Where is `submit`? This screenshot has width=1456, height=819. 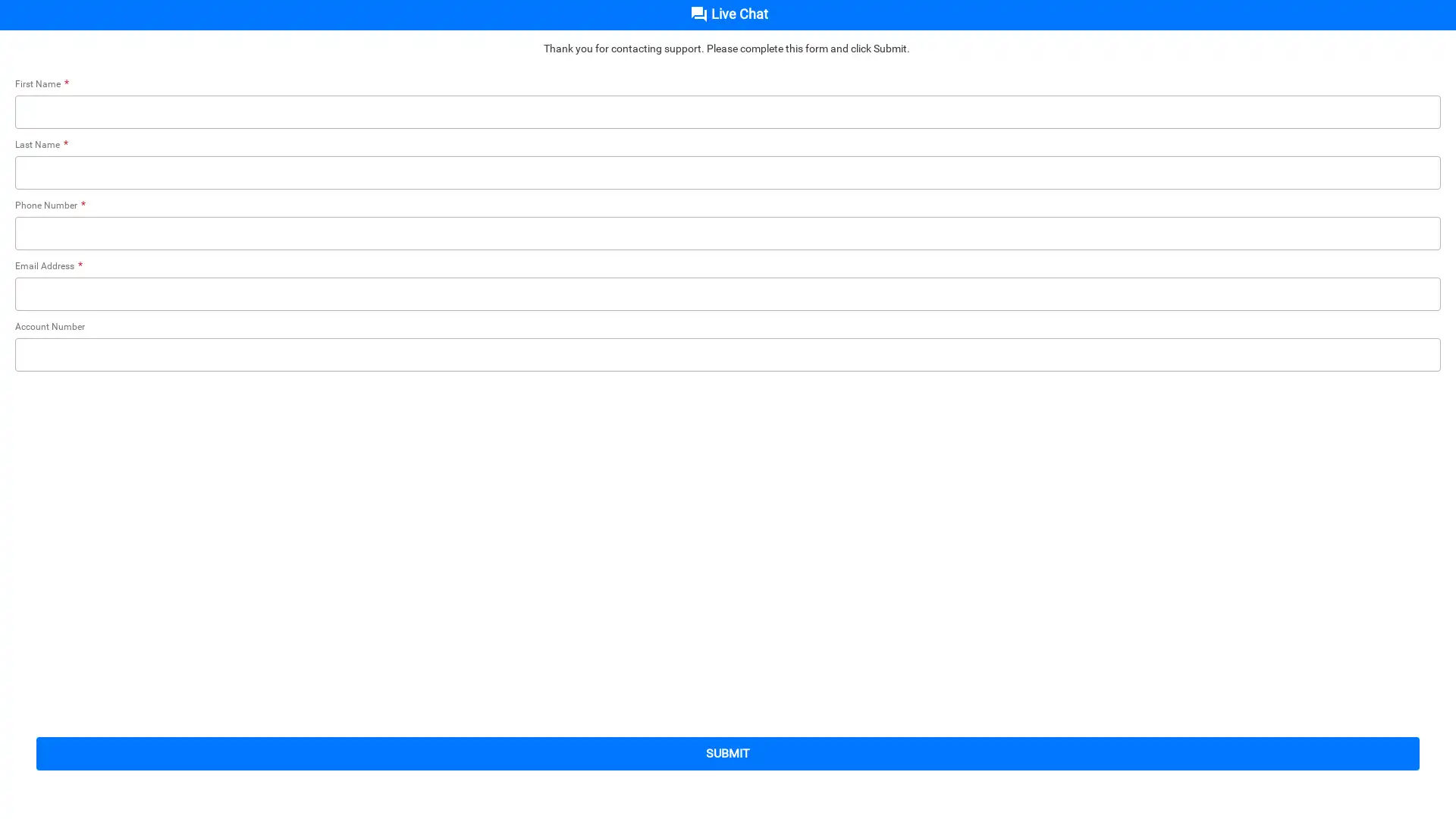 submit is located at coordinates (728, 754).